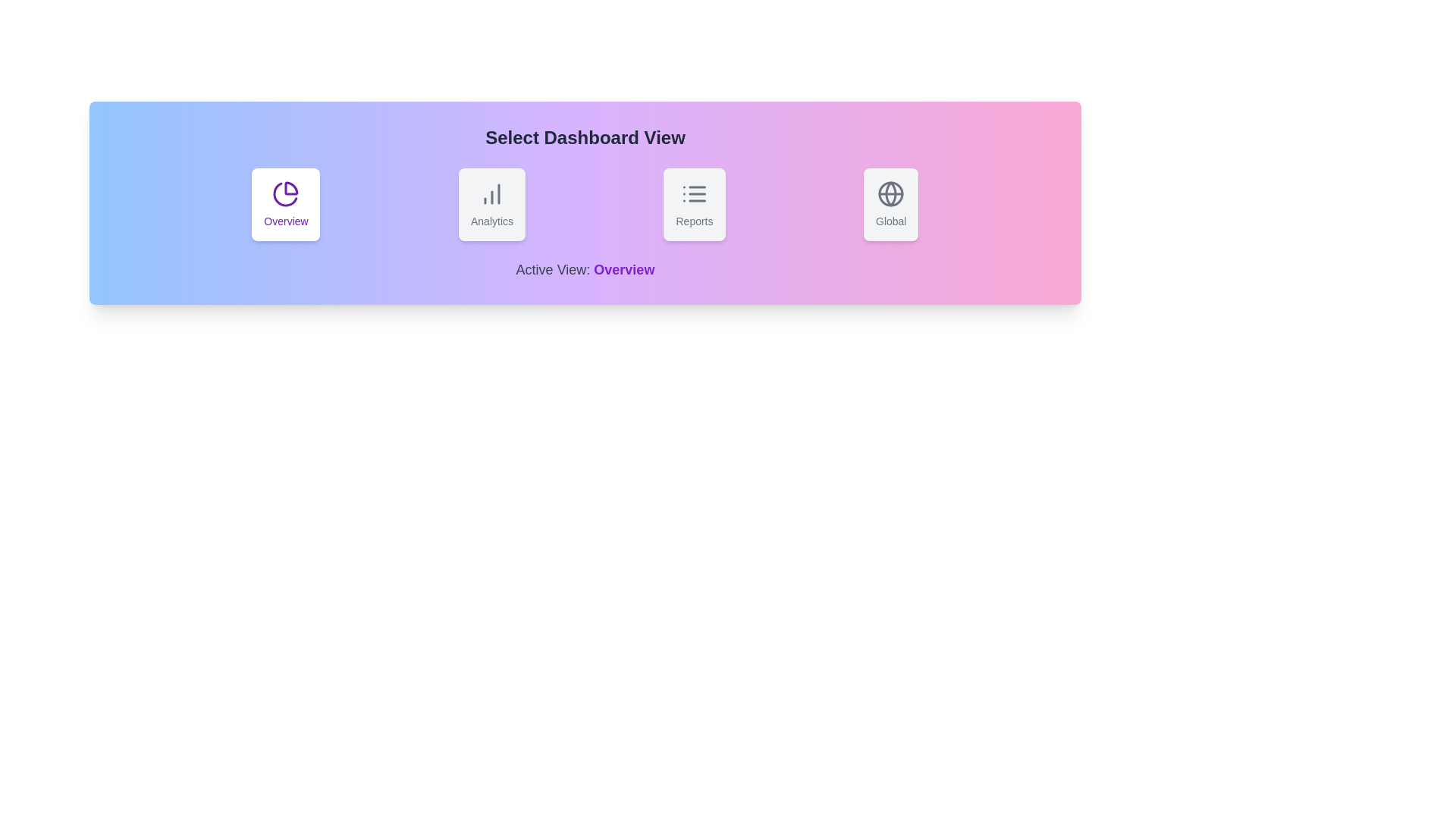 This screenshot has height=819, width=1456. Describe the element at coordinates (286, 205) in the screenshot. I see `the button labeled 'Overview' to observe the hover effect` at that location.